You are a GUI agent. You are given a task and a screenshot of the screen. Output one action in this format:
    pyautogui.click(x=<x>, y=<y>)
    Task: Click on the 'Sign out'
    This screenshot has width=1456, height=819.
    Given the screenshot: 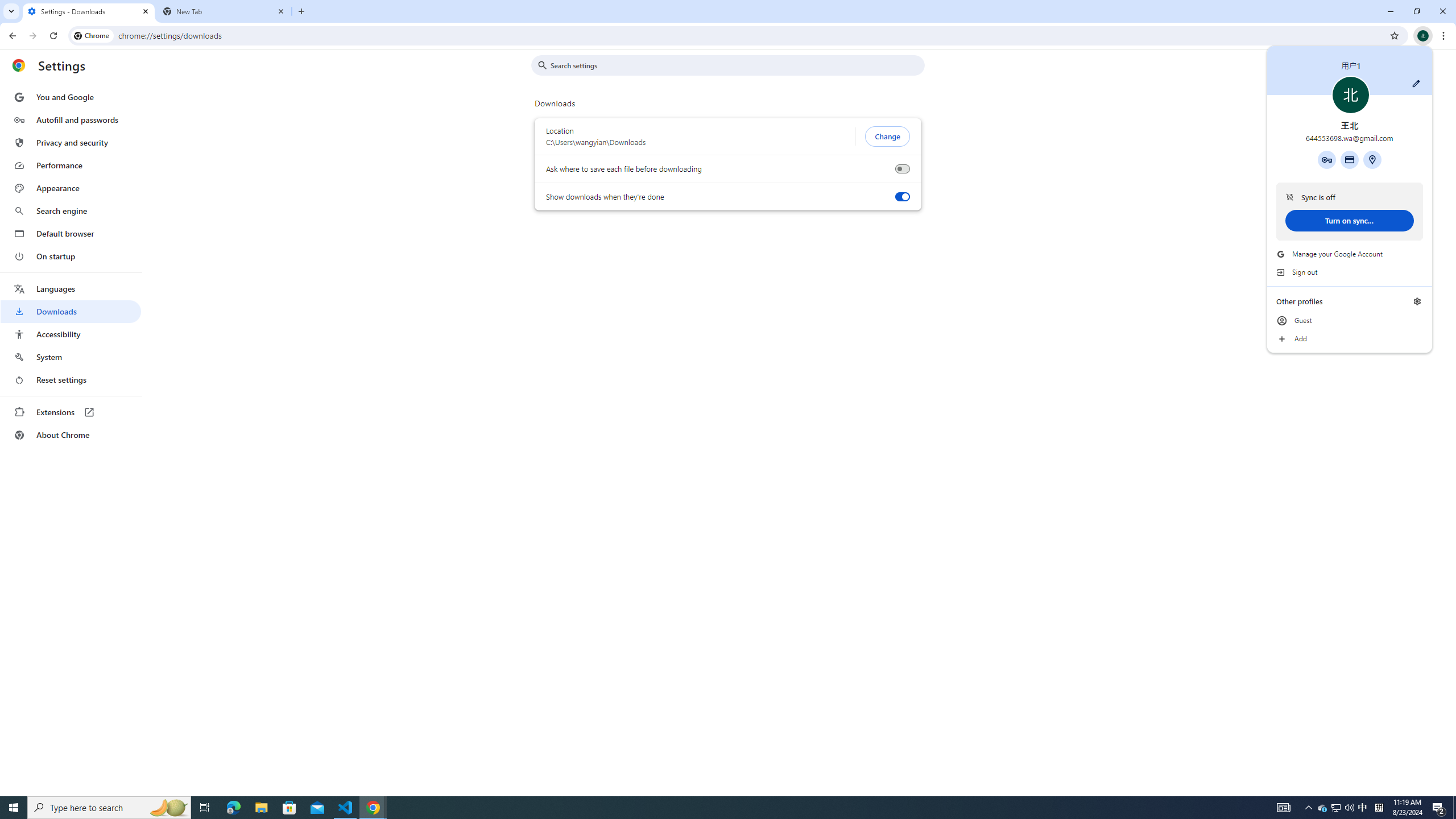 What is the action you would take?
    pyautogui.click(x=1349, y=272)
    